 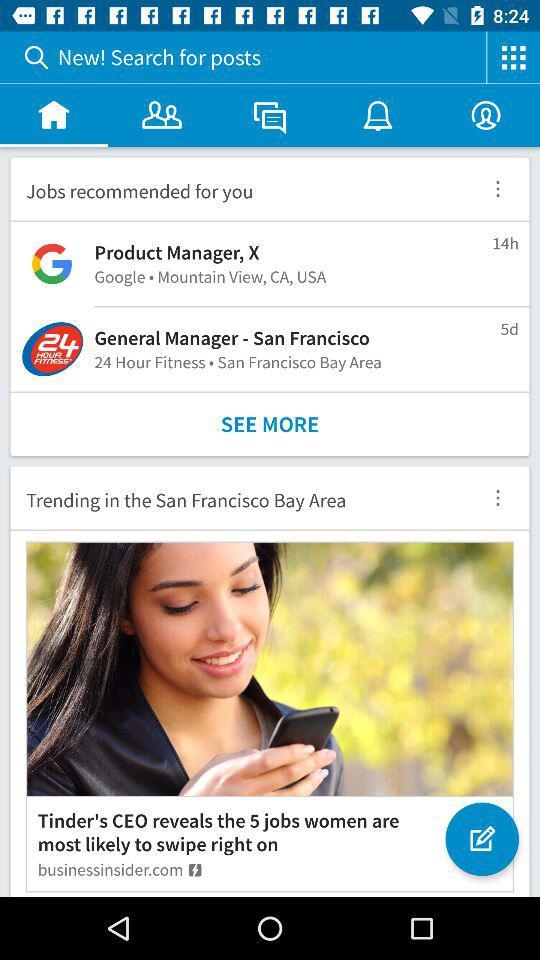 What do you see at coordinates (238, 496) in the screenshot?
I see `icon below the see more icon` at bounding box center [238, 496].